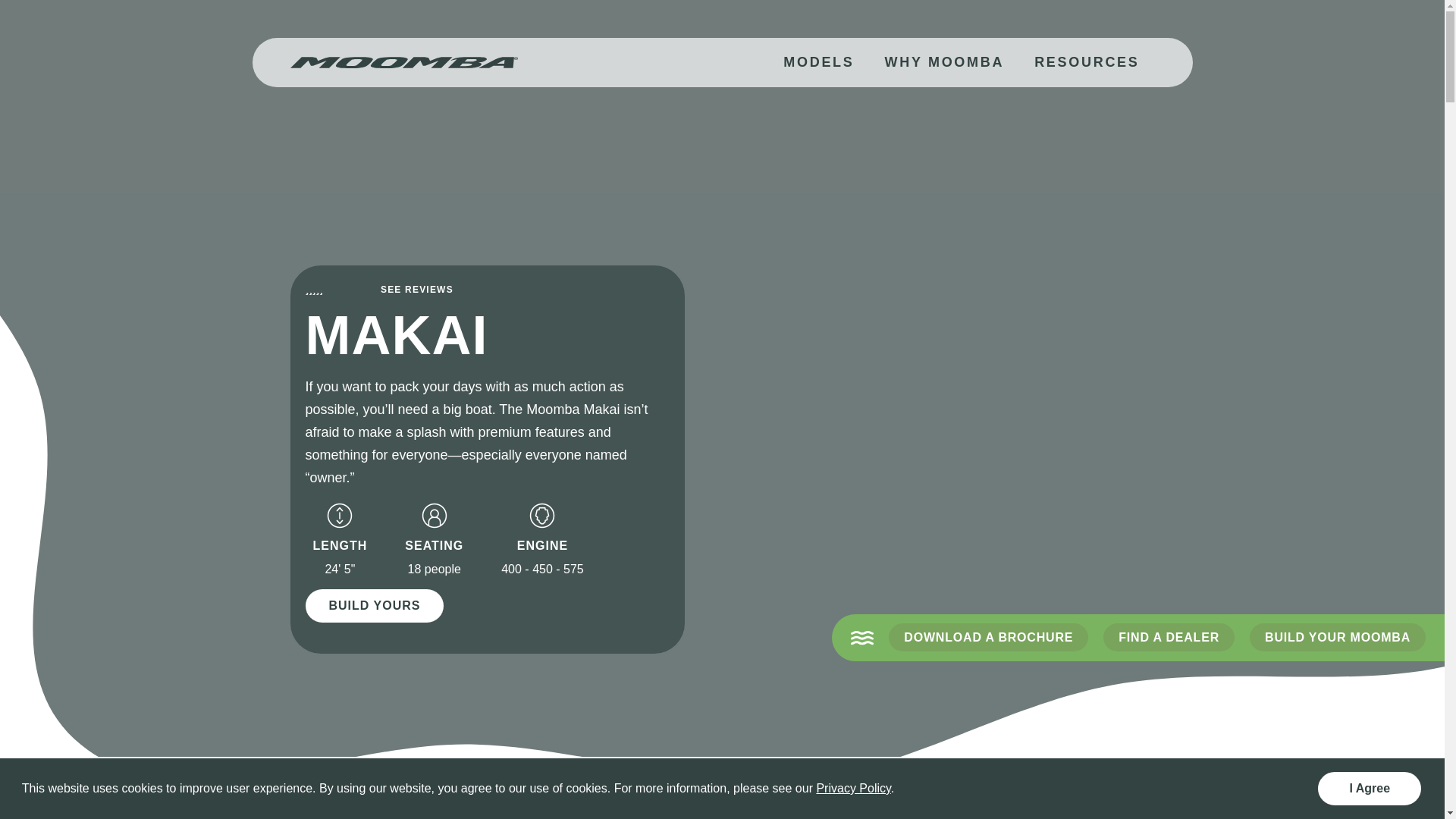  What do you see at coordinates (304, 604) in the screenshot?
I see `'BUILD YOURS'` at bounding box center [304, 604].